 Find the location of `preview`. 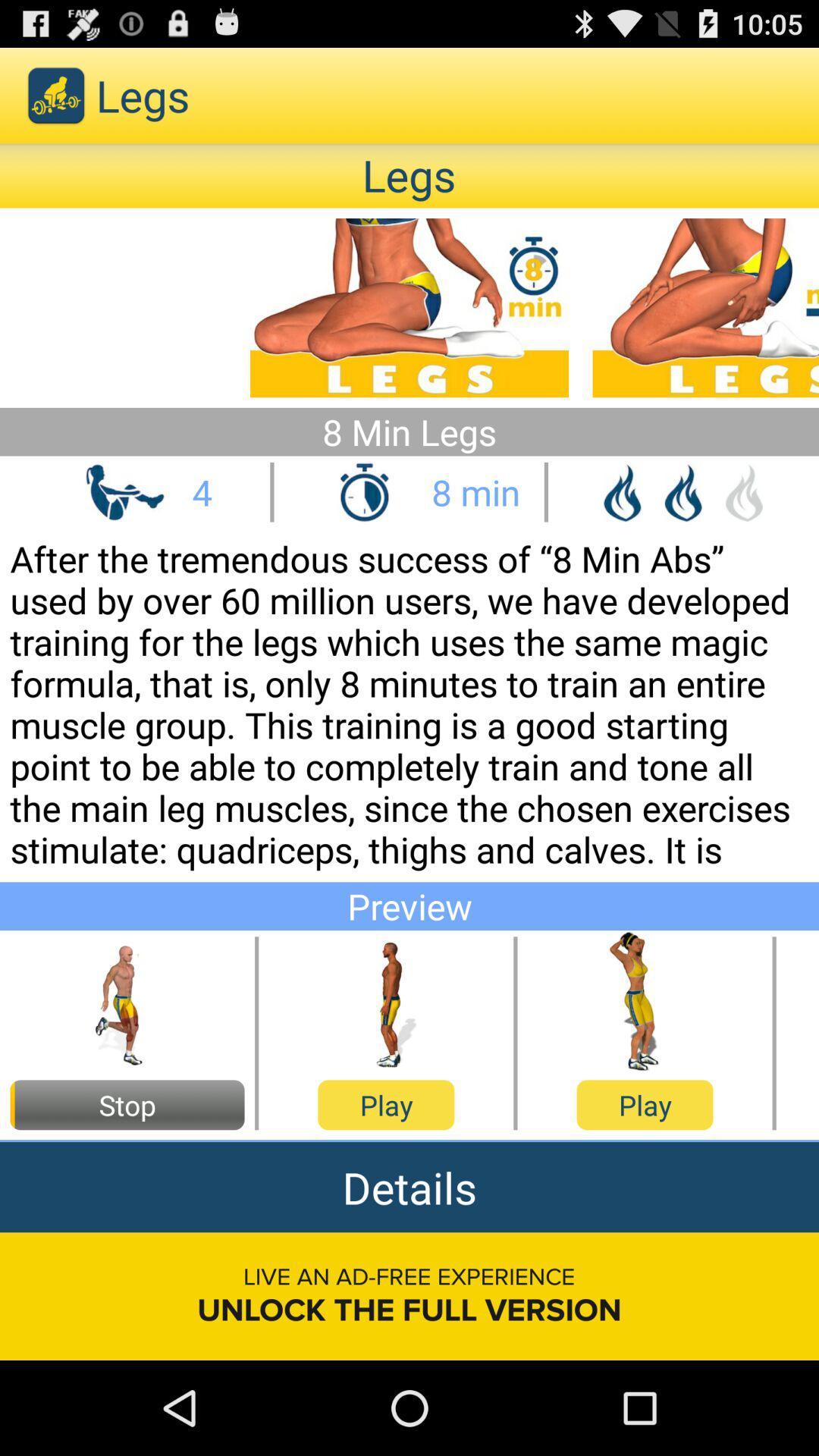

preview is located at coordinates (645, 1002).